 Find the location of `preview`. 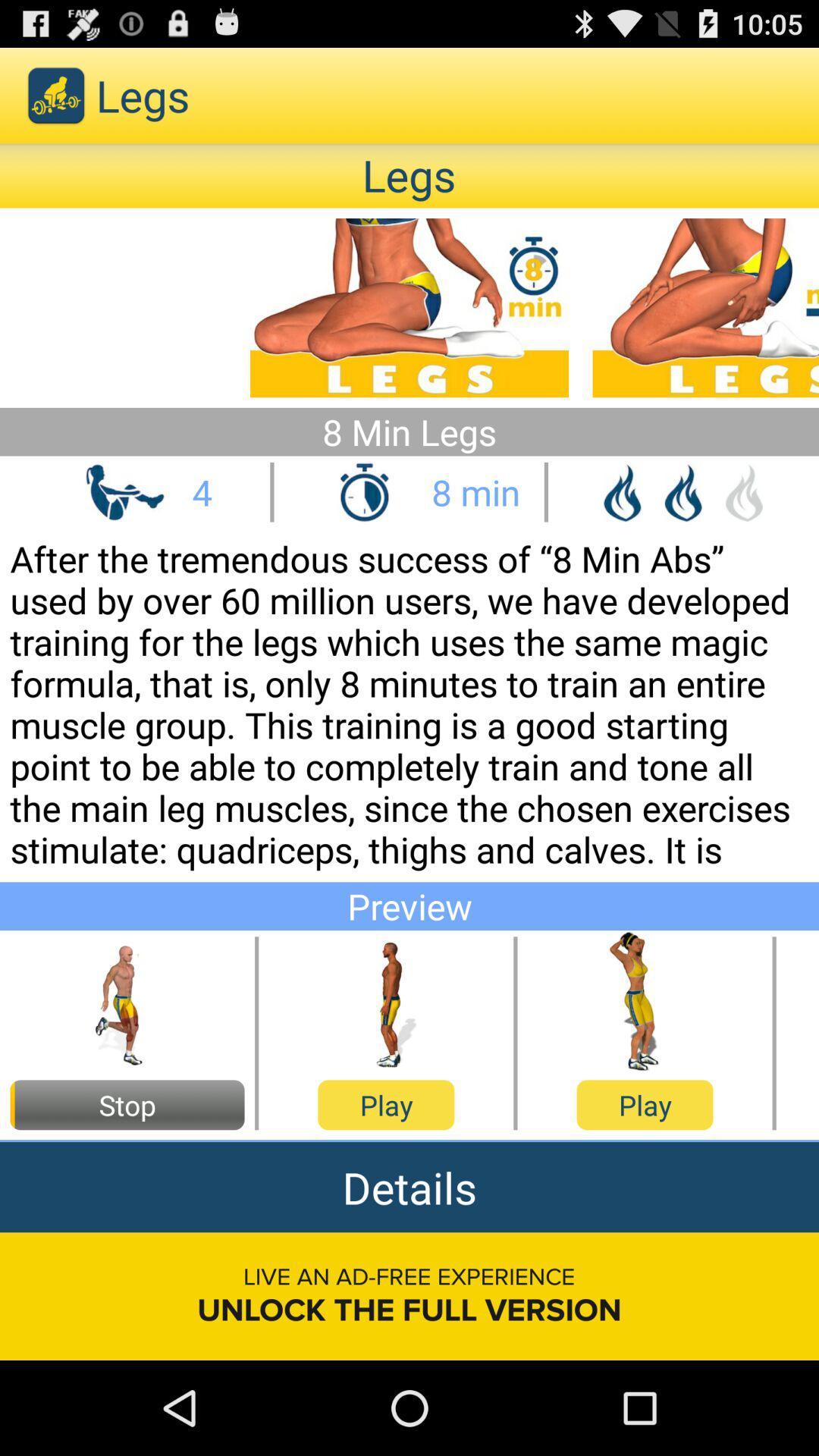

preview is located at coordinates (645, 1002).